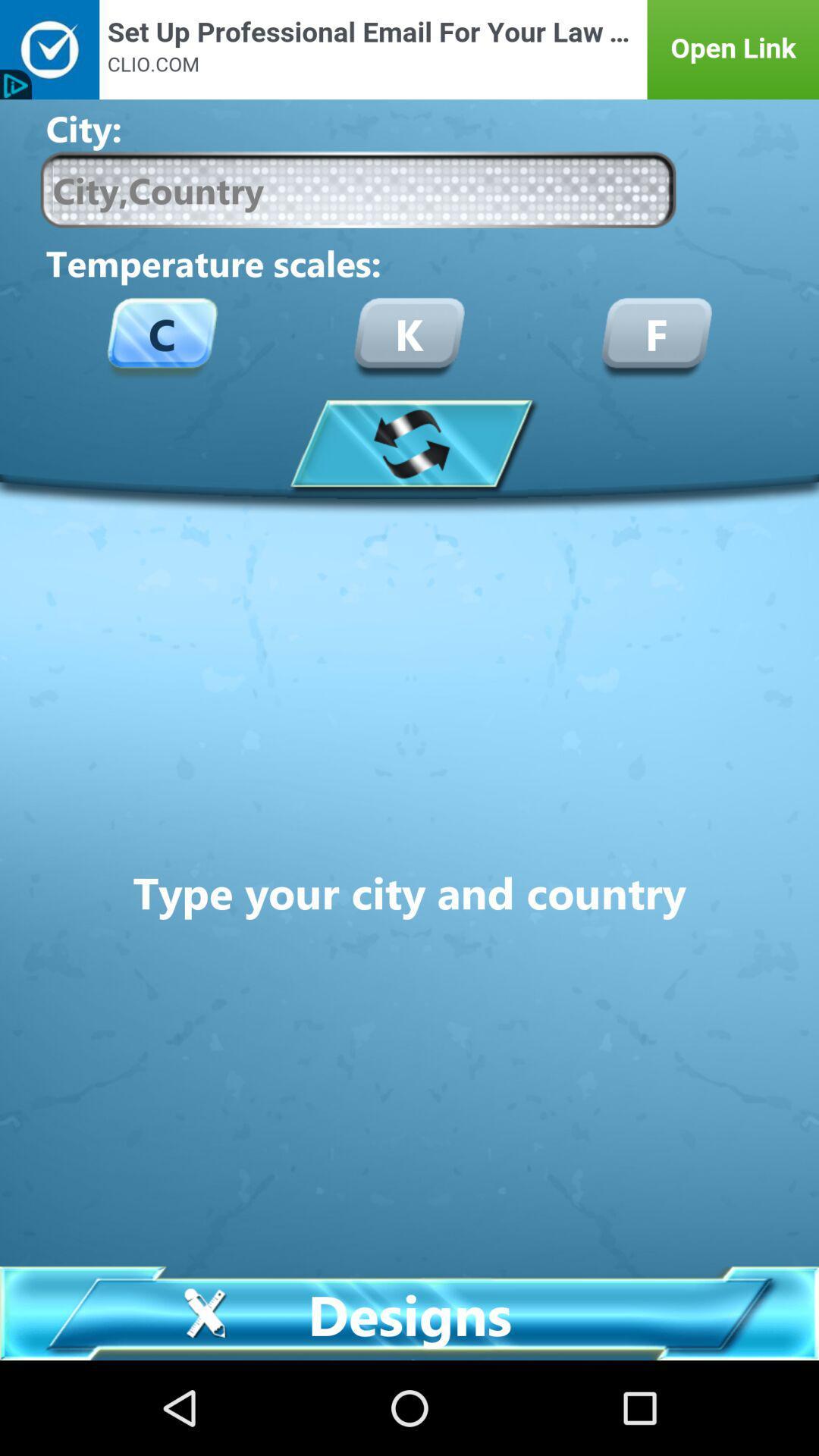  Describe the element at coordinates (358, 189) in the screenshot. I see `type to city option` at that location.